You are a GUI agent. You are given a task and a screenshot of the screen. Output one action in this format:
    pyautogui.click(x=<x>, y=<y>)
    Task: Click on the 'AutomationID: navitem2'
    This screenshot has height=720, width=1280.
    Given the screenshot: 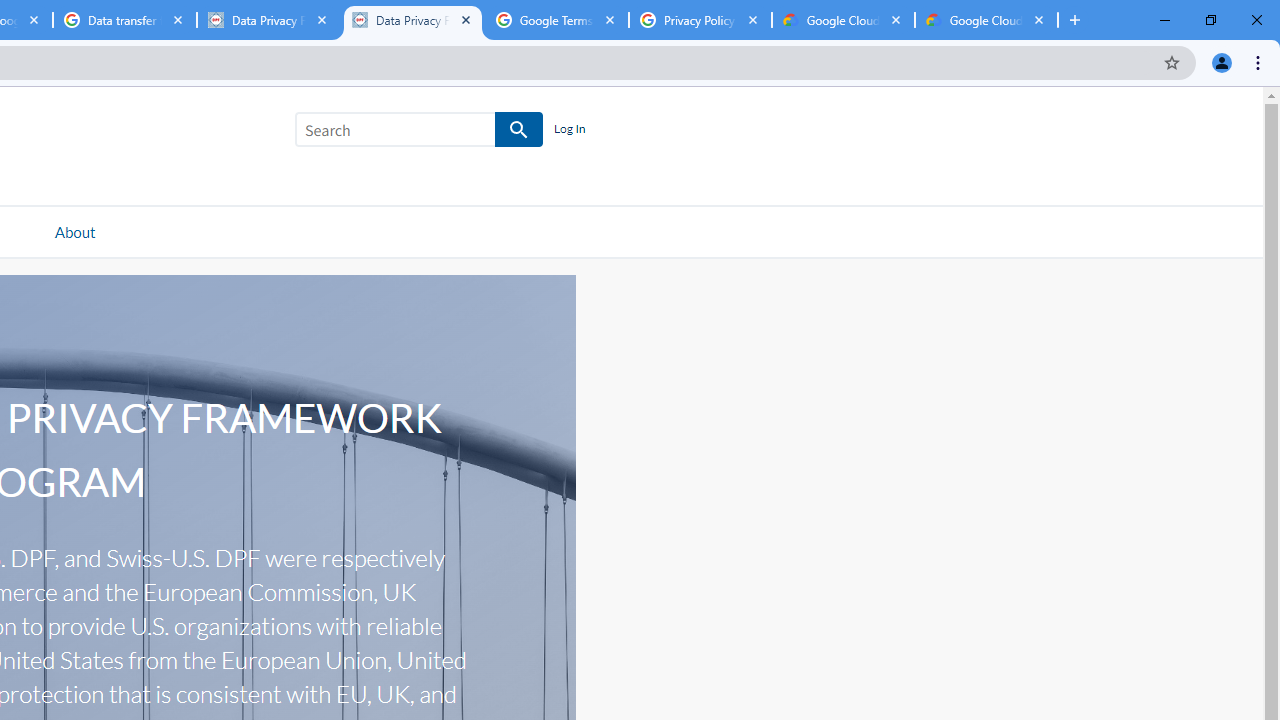 What is the action you would take?
    pyautogui.click(x=74, y=230)
    